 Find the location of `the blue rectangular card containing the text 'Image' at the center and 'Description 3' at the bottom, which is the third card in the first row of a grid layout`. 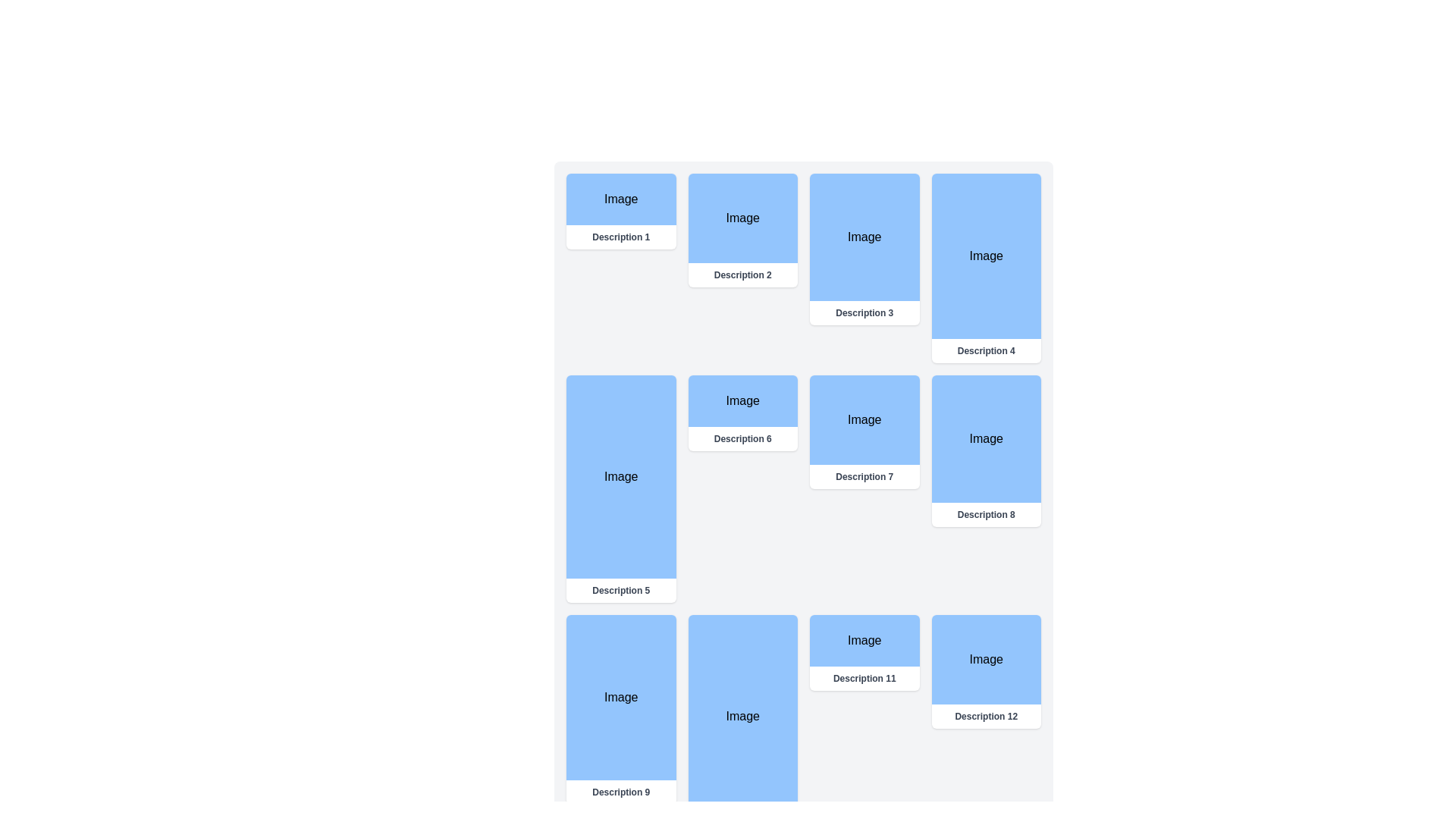

the blue rectangular card containing the text 'Image' at the center and 'Description 3' at the bottom, which is the third card in the first row of a grid layout is located at coordinates (864, 248).